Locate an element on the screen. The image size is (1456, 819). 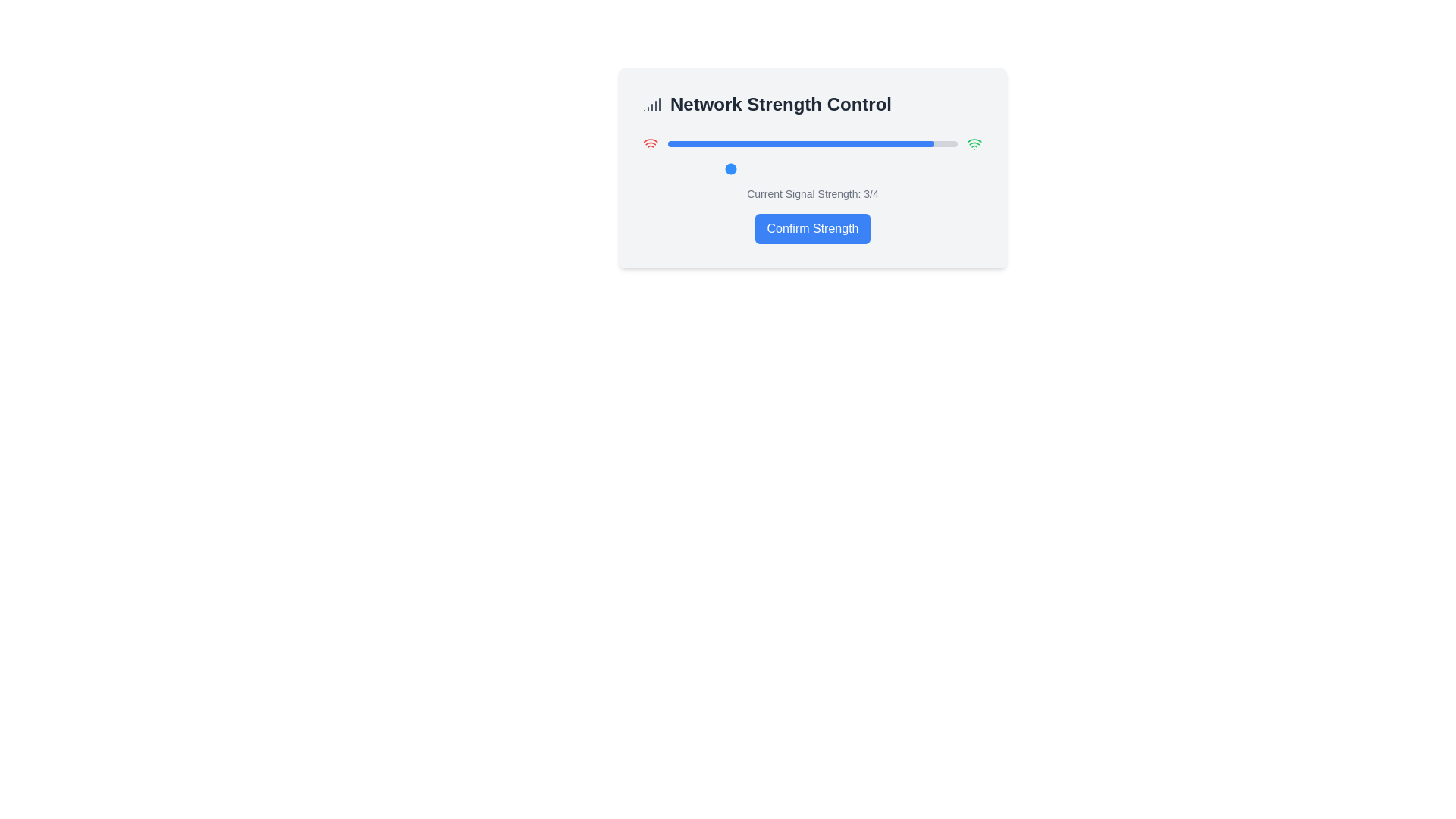
the slider to set the network strength to 2 is located at coordinates (676, 169).